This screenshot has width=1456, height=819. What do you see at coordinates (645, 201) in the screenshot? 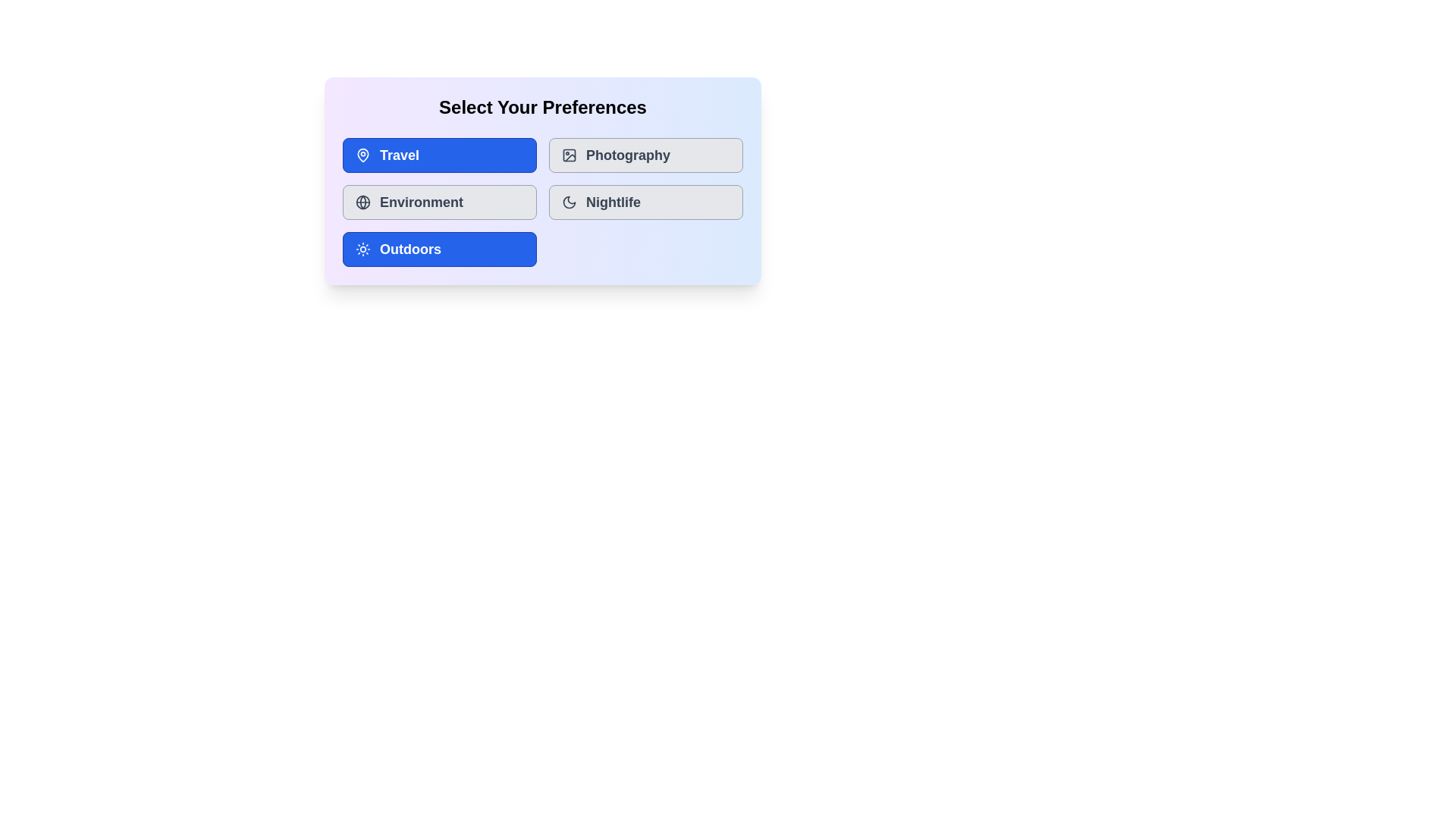
I see `the category Nightlife` at bounding box center [645, 201].